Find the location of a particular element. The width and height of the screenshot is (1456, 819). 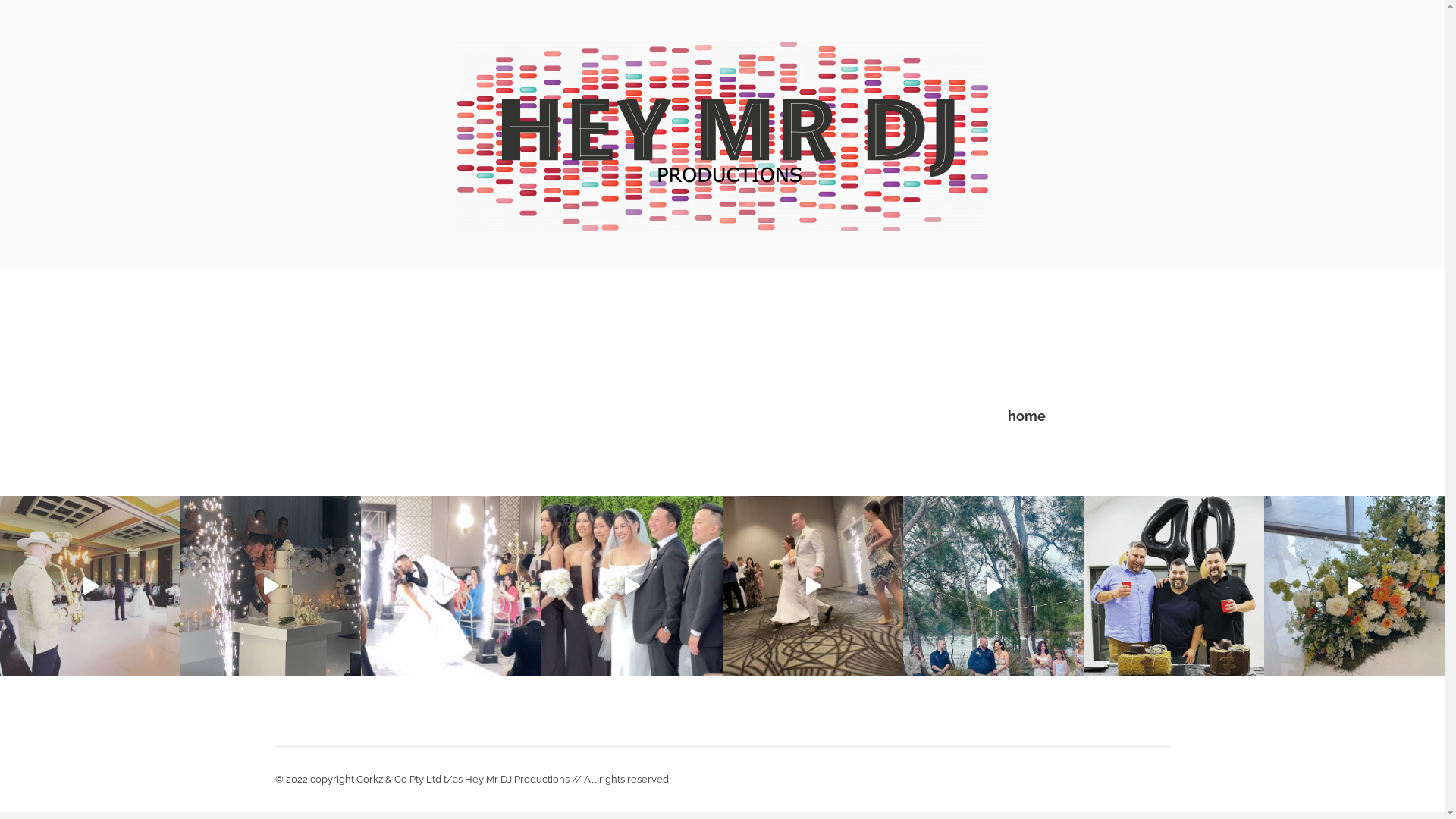

'home' is located at coordinates (1007, 416).